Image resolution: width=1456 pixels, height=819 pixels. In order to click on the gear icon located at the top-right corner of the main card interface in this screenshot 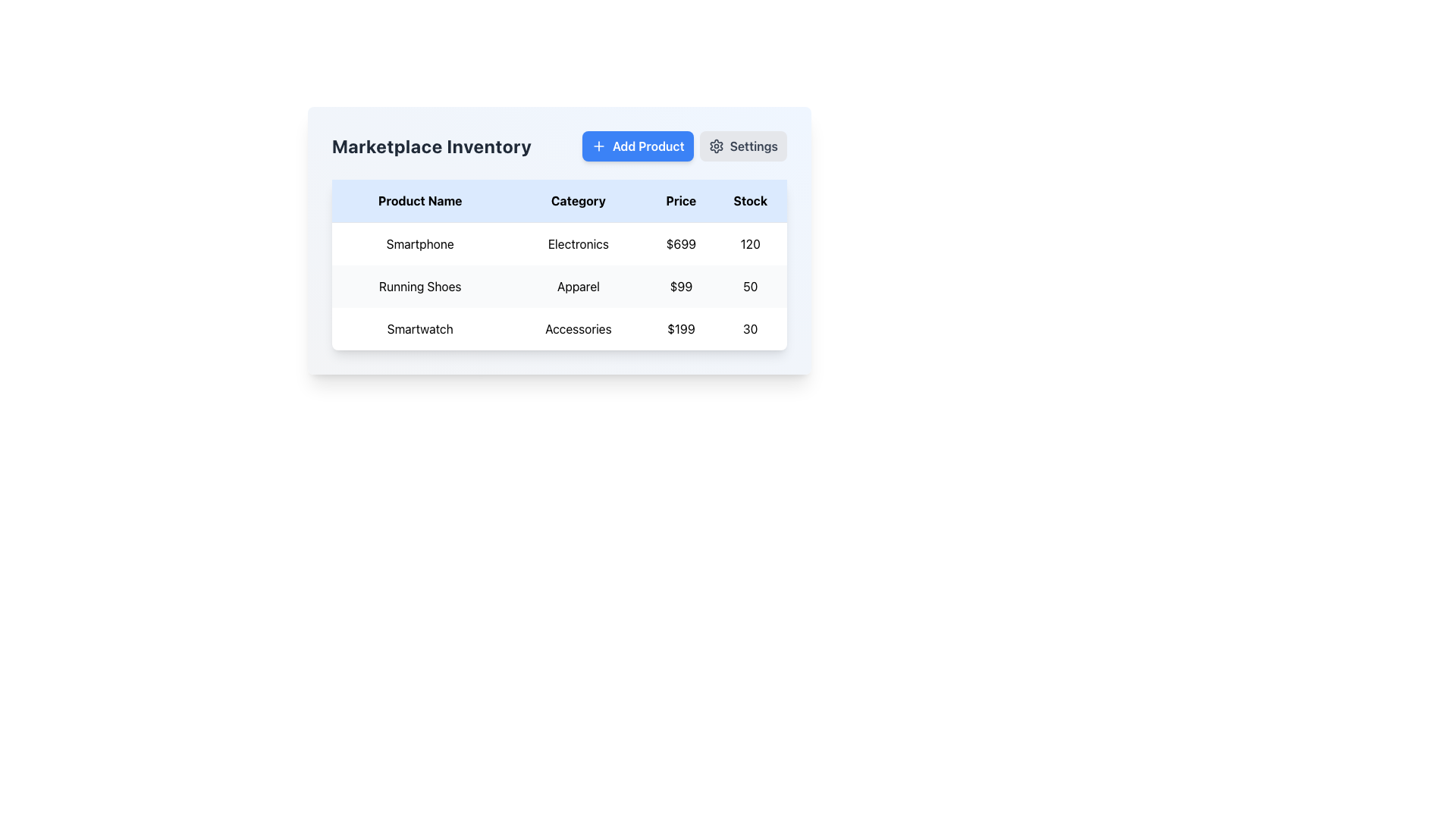, I will do `click(715, 146)`.